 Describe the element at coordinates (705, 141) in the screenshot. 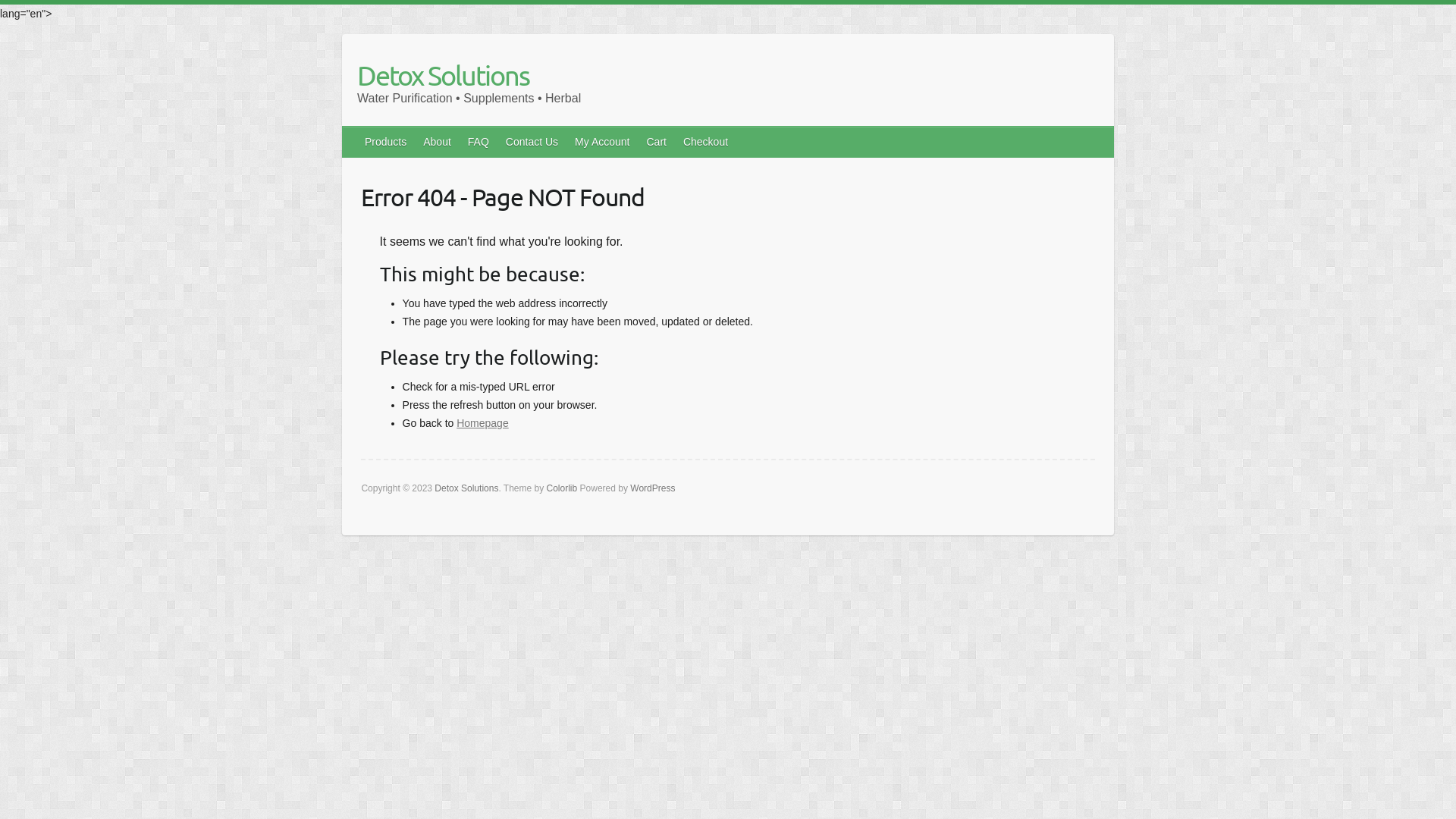

I see `'Checkout'` at that location.